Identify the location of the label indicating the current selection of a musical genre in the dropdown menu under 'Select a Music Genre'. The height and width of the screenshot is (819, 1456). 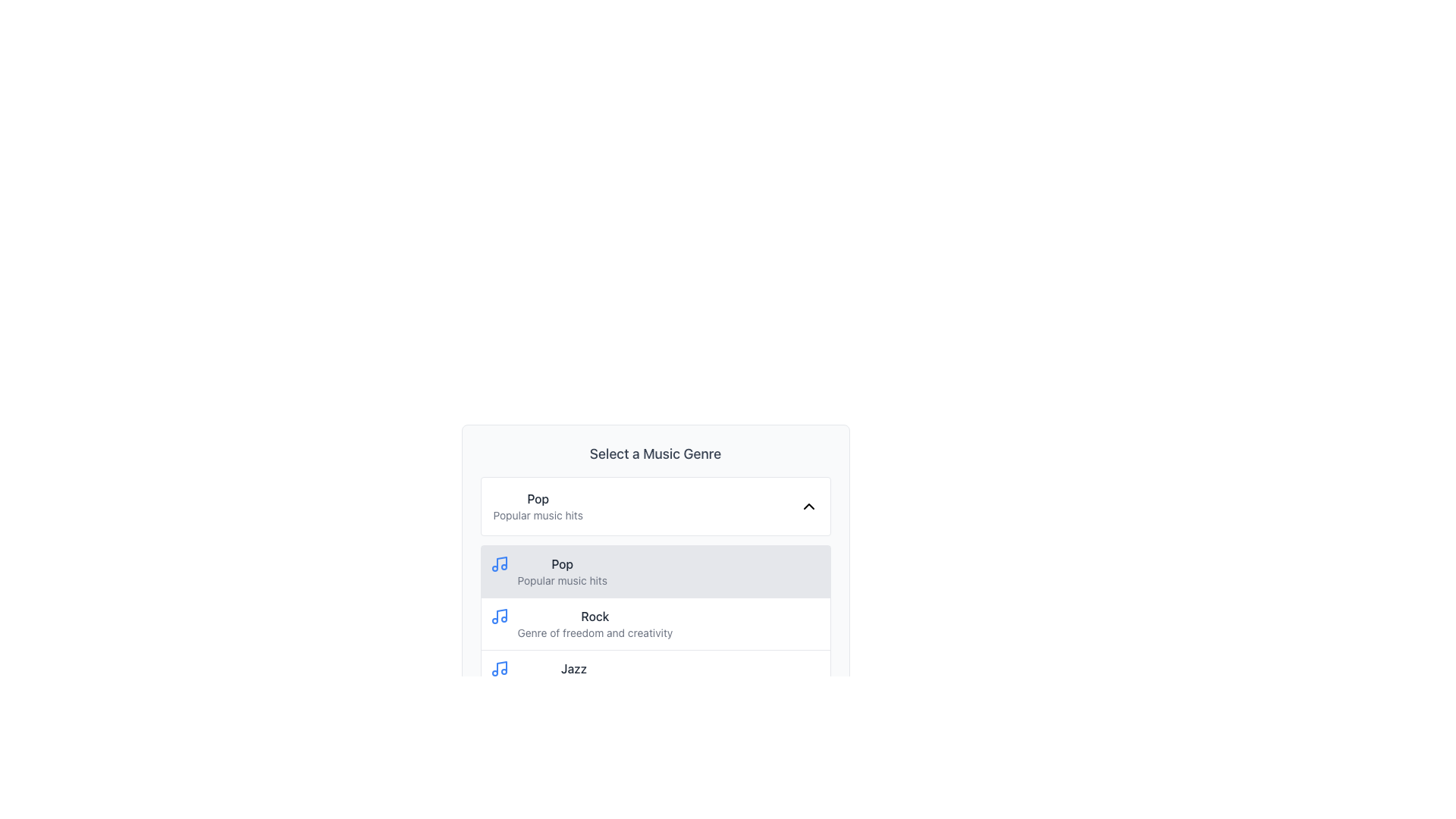
(538, 499).